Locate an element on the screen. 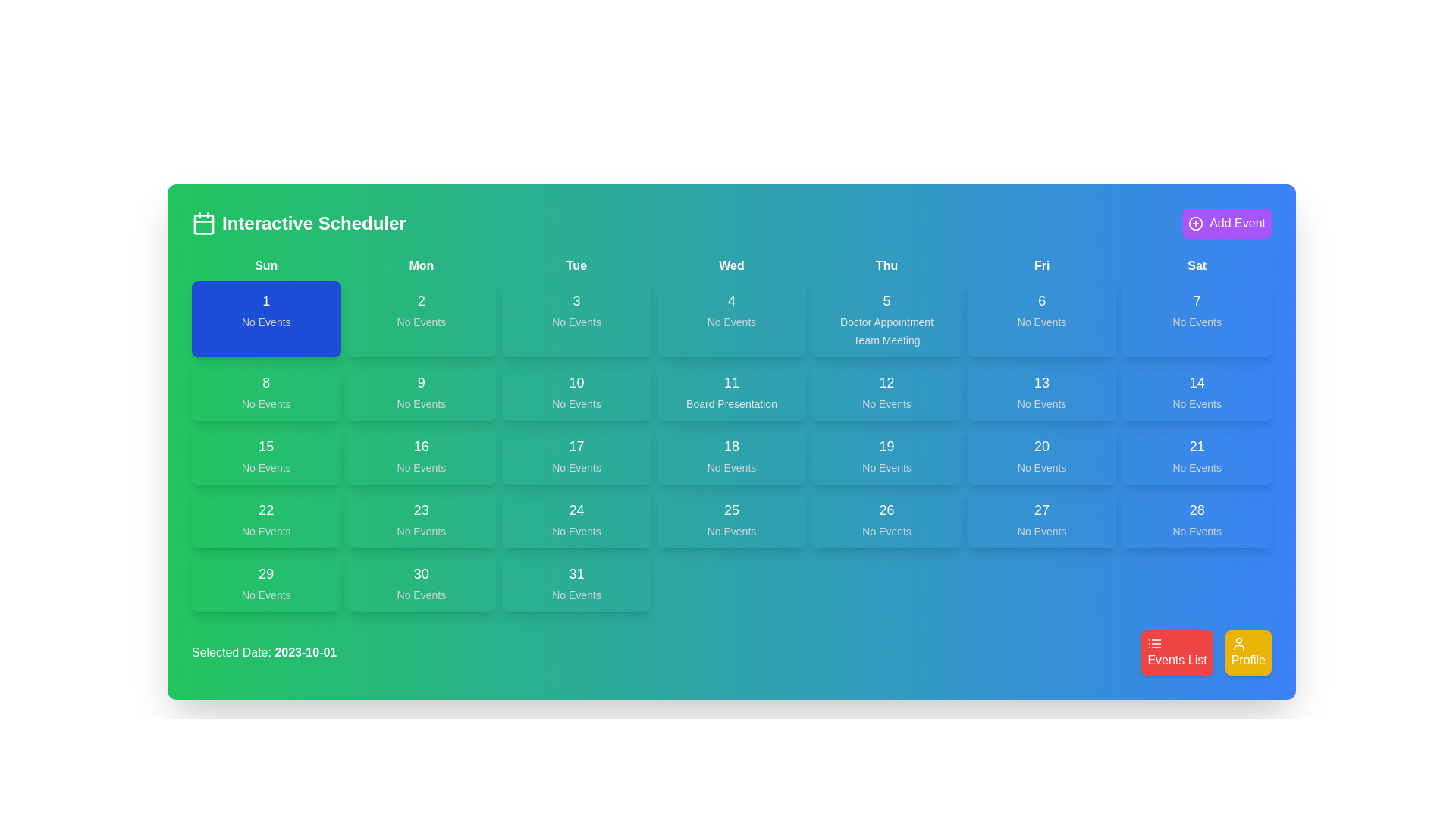  the Informational display box that contains the number '14' and the text 'No Events', located in the seventh column and third row of the calendar grid under the 'Sat' header is located at coordinates (1196, 391).